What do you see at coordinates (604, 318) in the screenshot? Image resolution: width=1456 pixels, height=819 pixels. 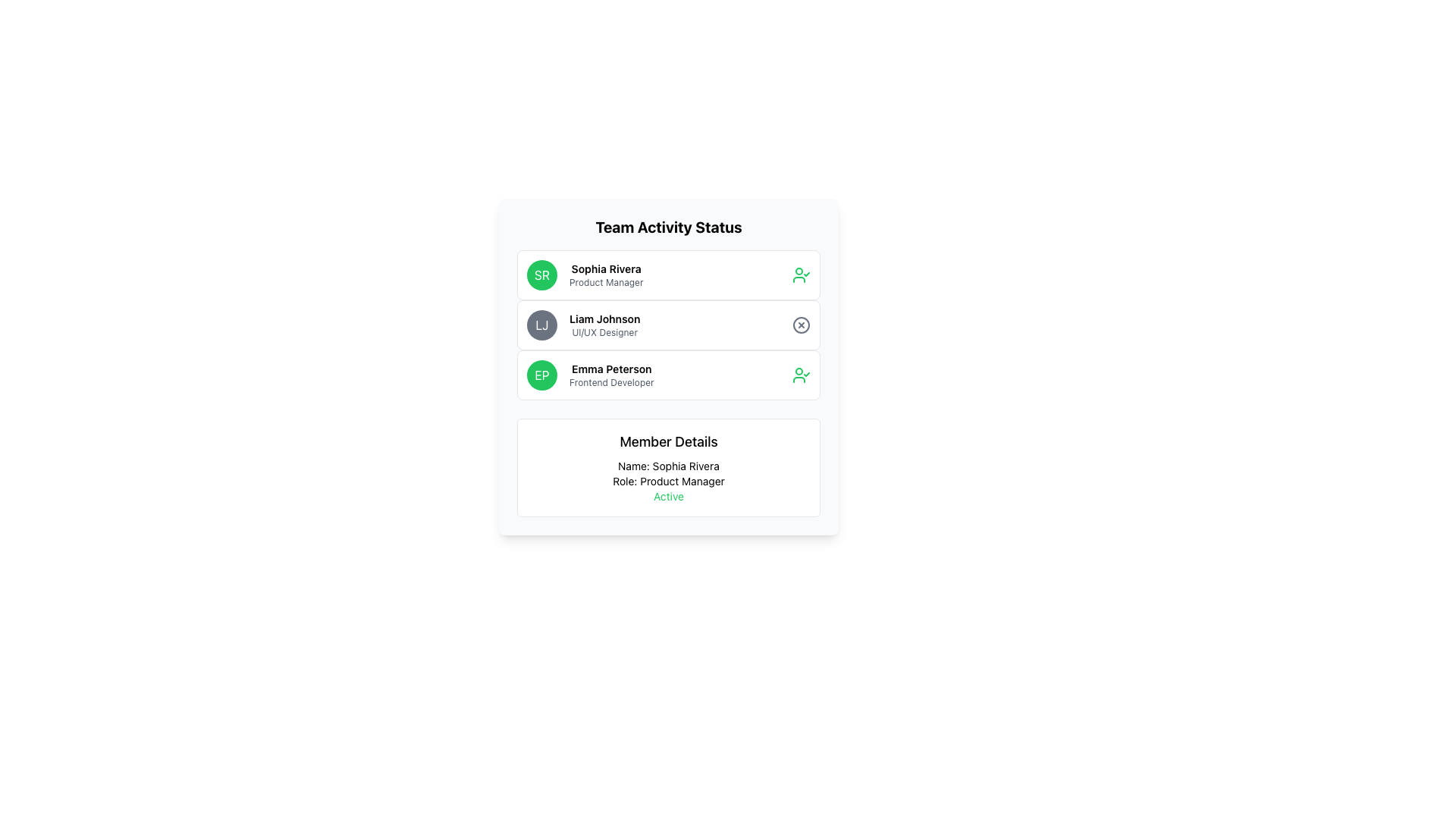 I see `text label displaying the name 'Liam Johnson' located above the 'UI/UX Designer' label in the 'Team Activity Status' section` at bounding box center [604, 318].